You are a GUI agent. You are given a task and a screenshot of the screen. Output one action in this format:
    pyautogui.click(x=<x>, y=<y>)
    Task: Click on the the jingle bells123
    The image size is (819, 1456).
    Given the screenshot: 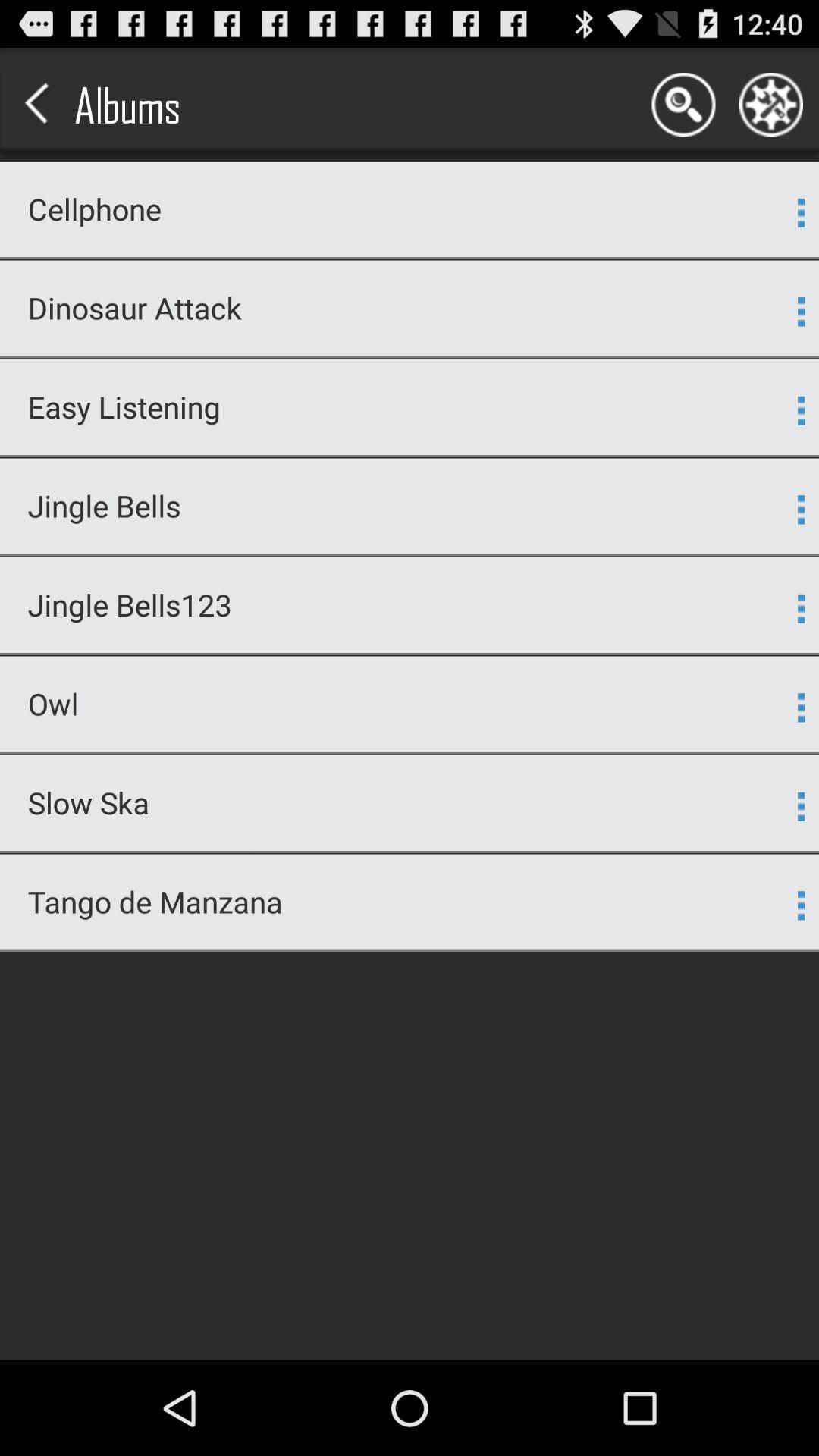 What is the action you would take?
    pyautogui.click(x=400, y=604)
    